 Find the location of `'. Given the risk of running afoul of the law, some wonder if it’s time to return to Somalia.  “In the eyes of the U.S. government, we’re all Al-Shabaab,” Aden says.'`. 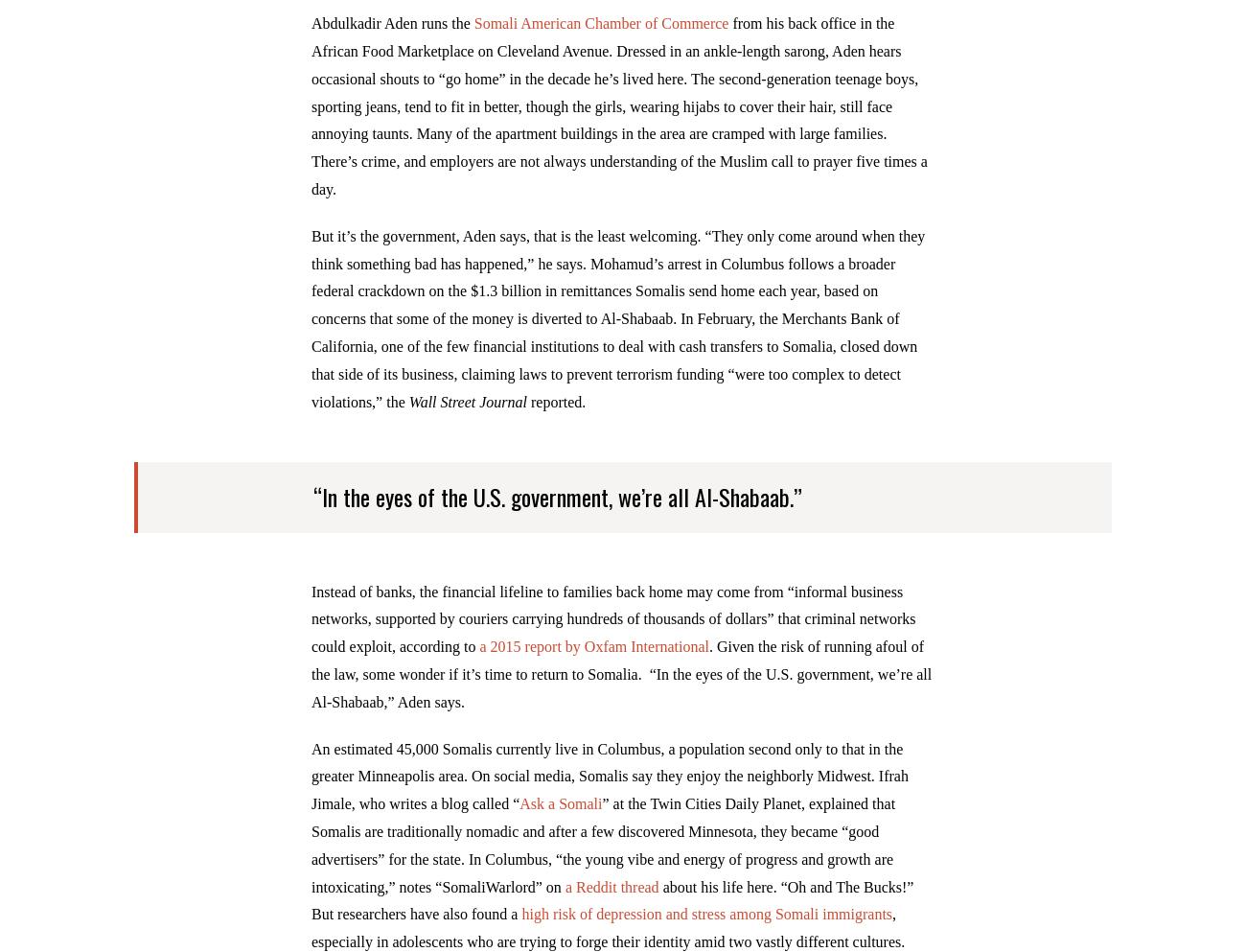

'. Given the risk of running afoul of the law, some wonder if it’s time to return to Somalia.  “In the eyes of the U.S. government, we’re all Al-Shabaab,” Aden says.' is located at coordinates (311, 686).